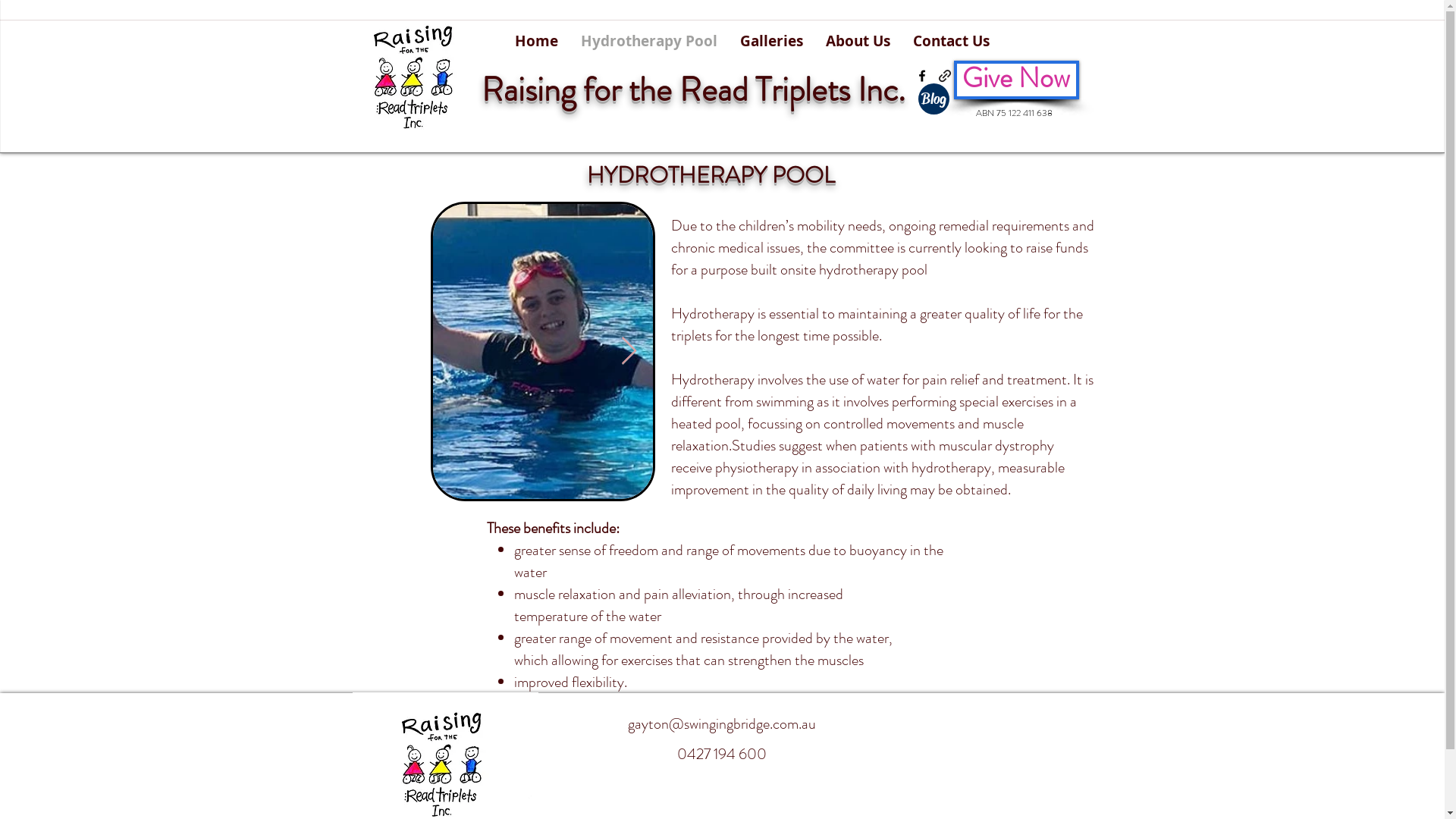 This screenshot has width=1456, height=819. What do you see at coordinates (1016, 80) in the screenshot?
I see `'Give Now'` at bounding box center [1016, 80].